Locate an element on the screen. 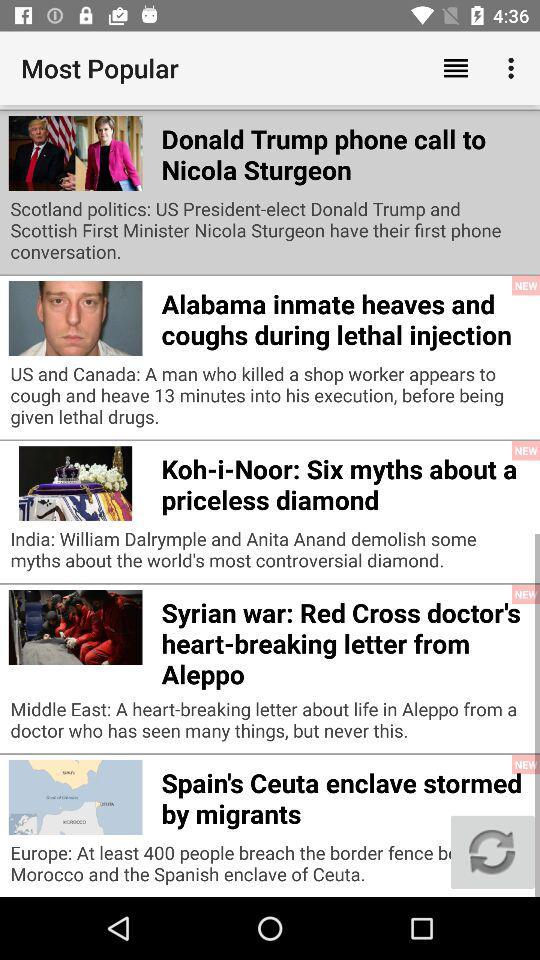  koh i noor icon is located at coordinates (344, 480).